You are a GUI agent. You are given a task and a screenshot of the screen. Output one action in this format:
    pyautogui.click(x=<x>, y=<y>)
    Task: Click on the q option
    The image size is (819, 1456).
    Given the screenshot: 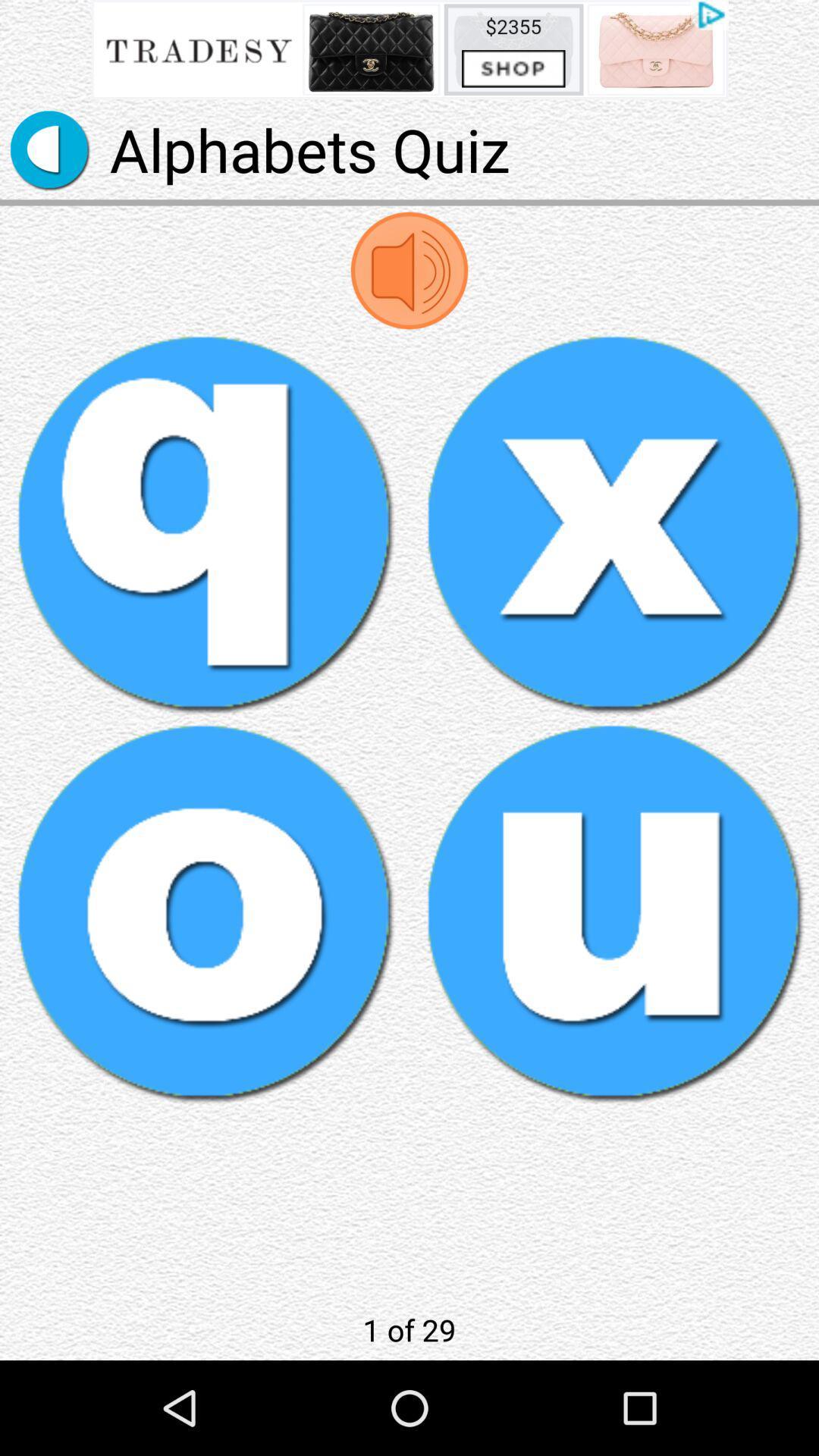 What is the action you would take?
    pyautogui.click(x=205, y=523)
    